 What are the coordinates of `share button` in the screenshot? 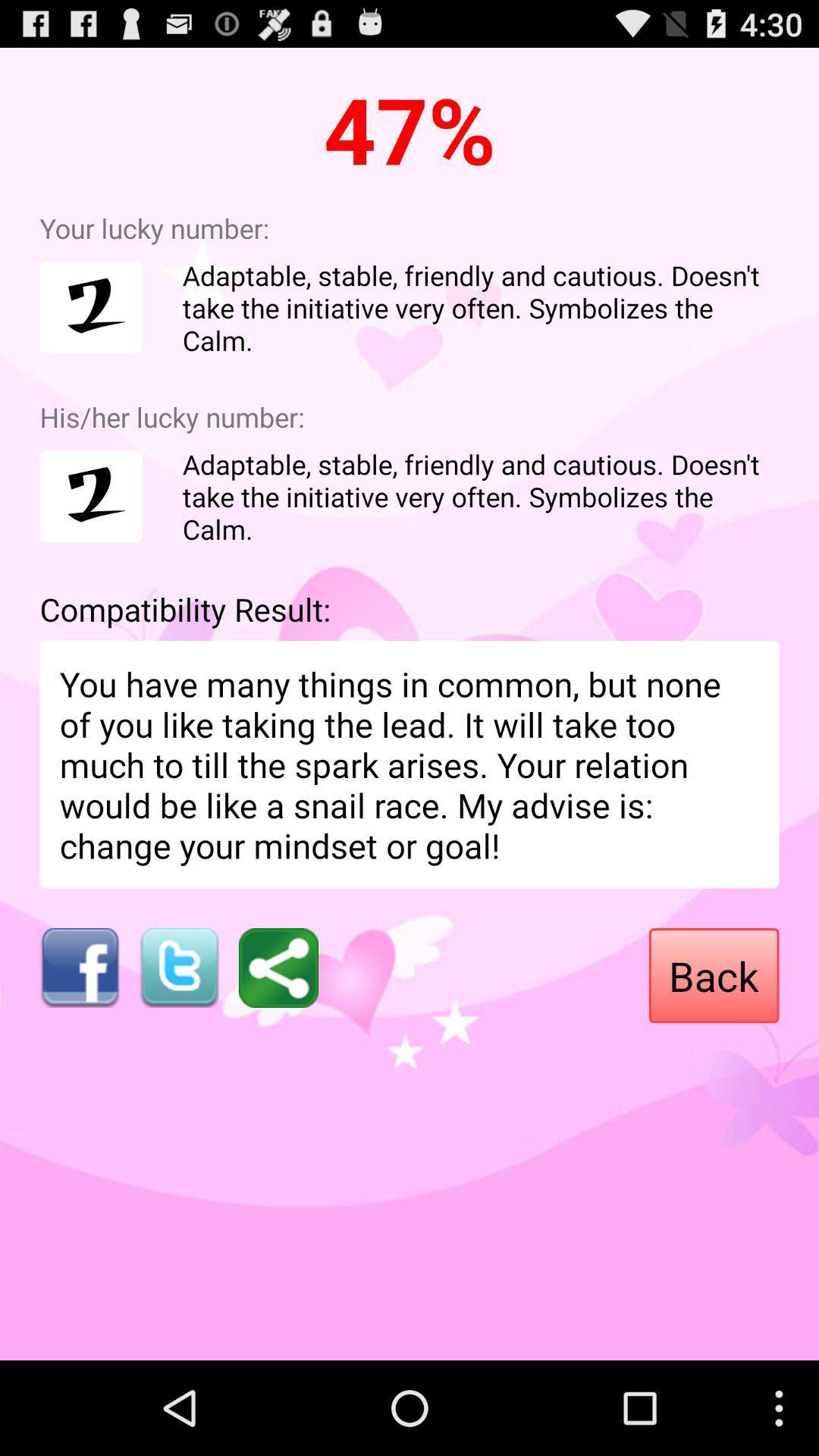 It's located at (278, 967).